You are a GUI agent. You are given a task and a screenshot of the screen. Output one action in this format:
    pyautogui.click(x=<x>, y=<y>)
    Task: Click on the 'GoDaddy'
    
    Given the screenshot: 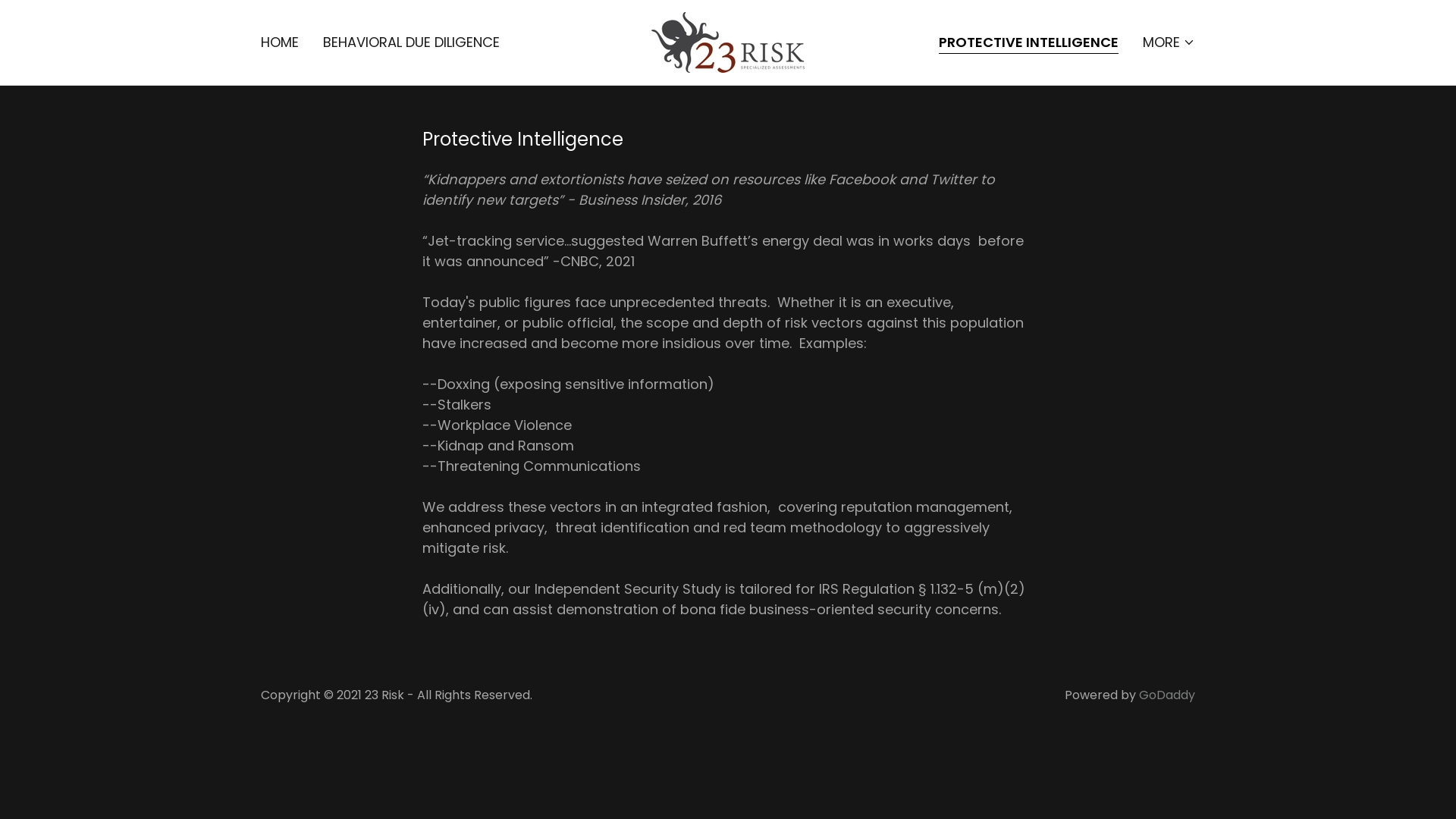 What is the action you would take?
    pyautogui.click(x=1166, y=695)
    